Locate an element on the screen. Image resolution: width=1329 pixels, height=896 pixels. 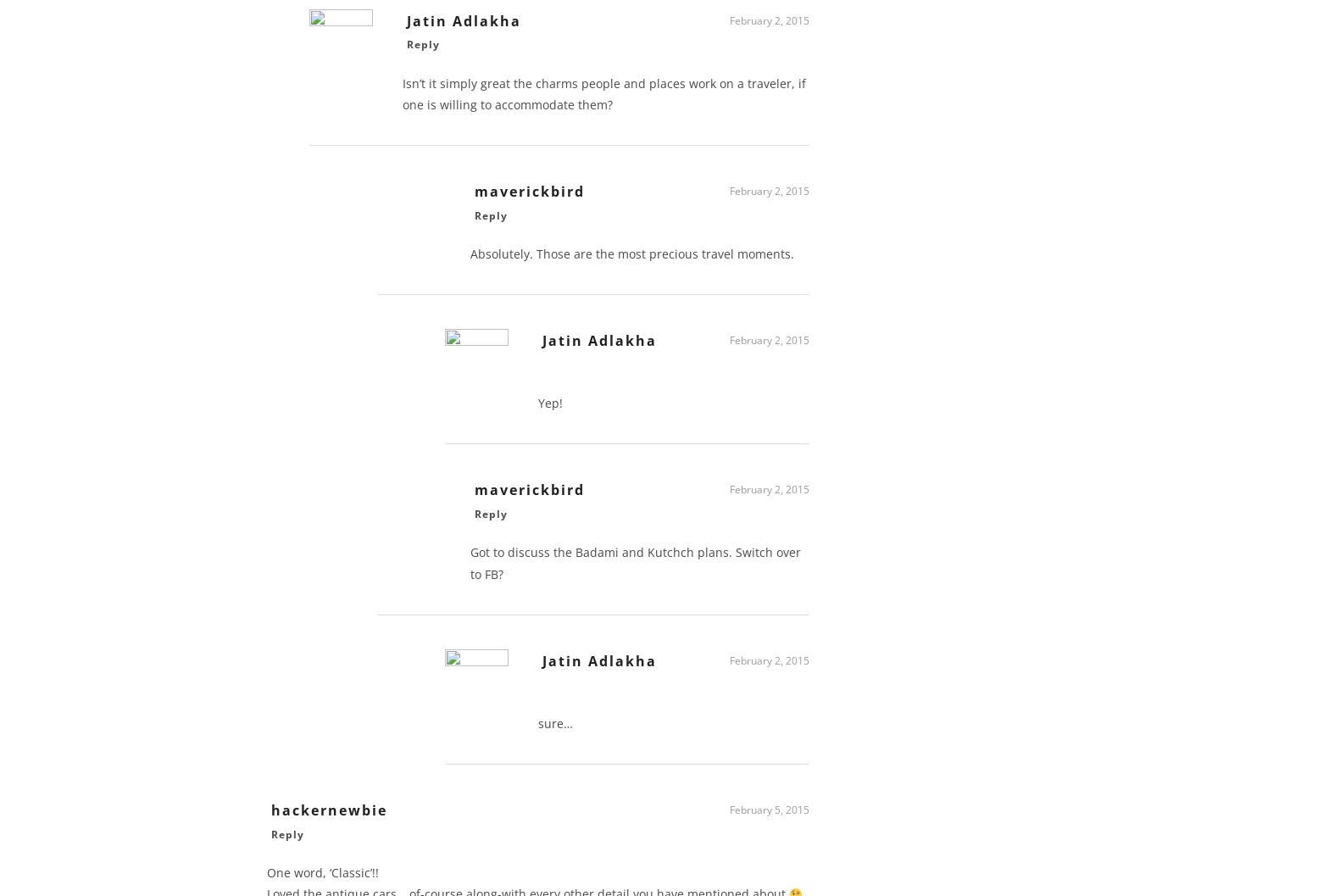
'Yep!' is located at coordinates (550, 409).